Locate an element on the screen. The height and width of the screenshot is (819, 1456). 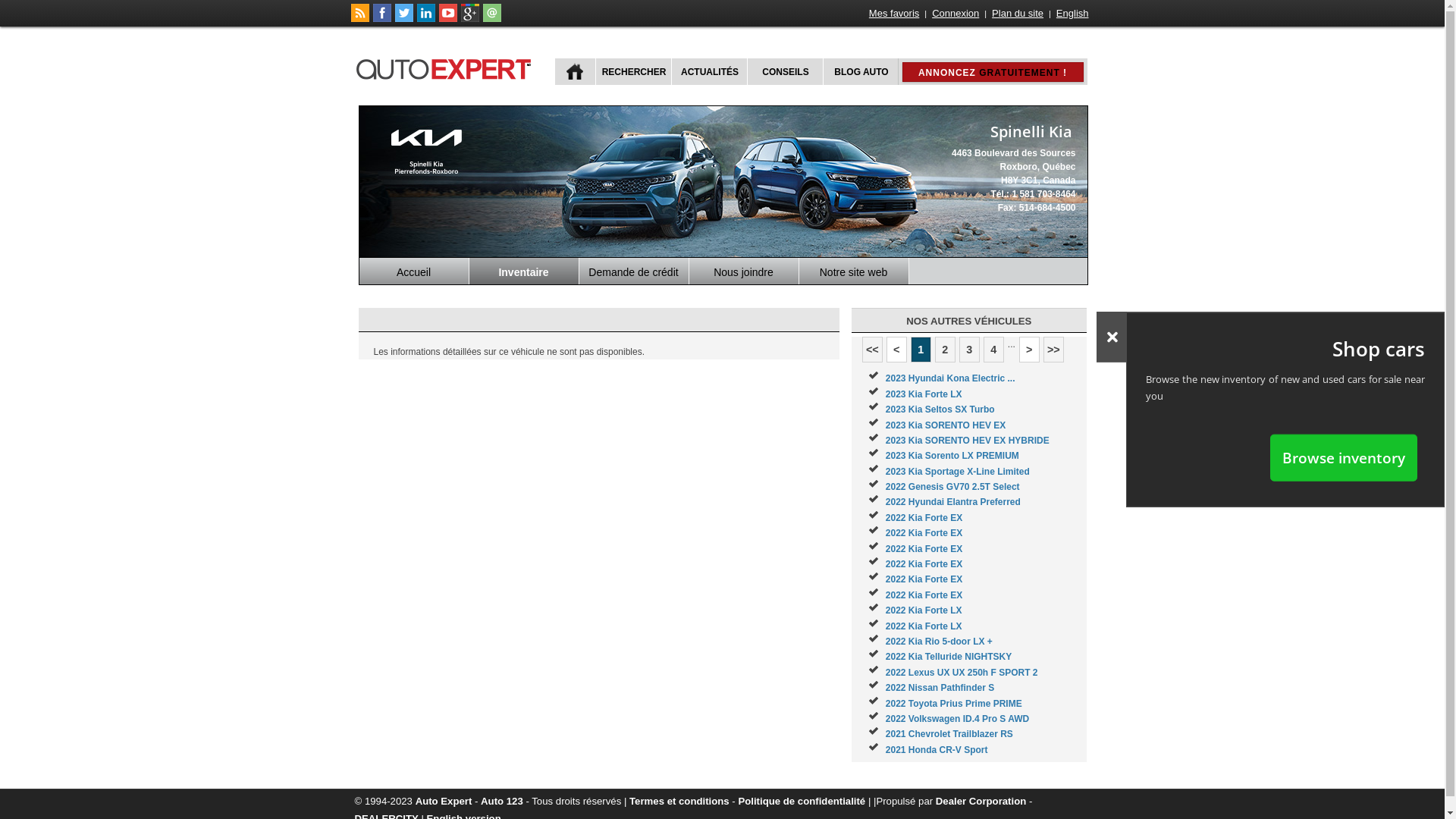
'Accueil' is located at coordinates (359, 270).